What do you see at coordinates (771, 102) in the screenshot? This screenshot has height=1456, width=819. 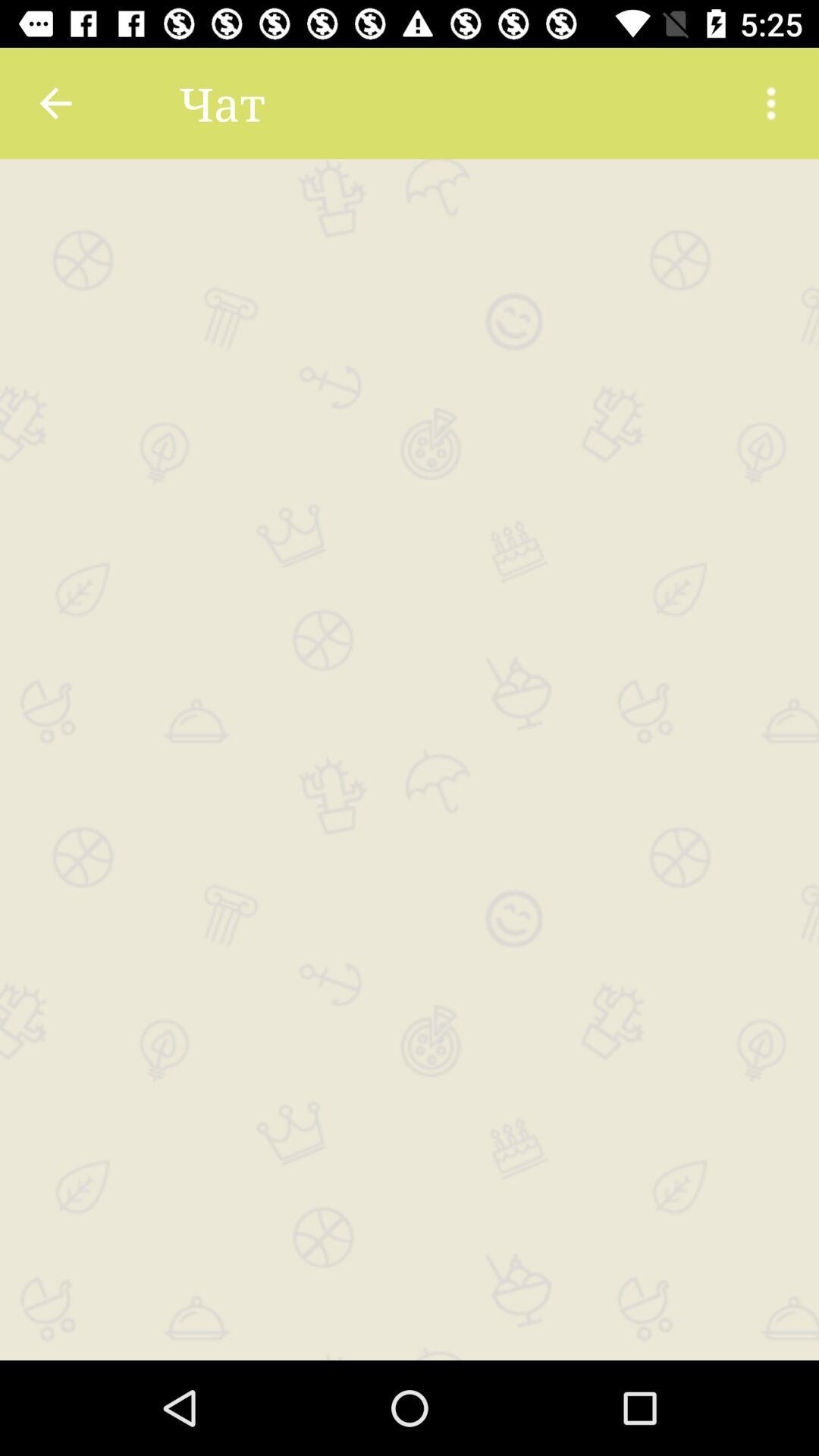 I see `more information` at bounding box center [771, 102].